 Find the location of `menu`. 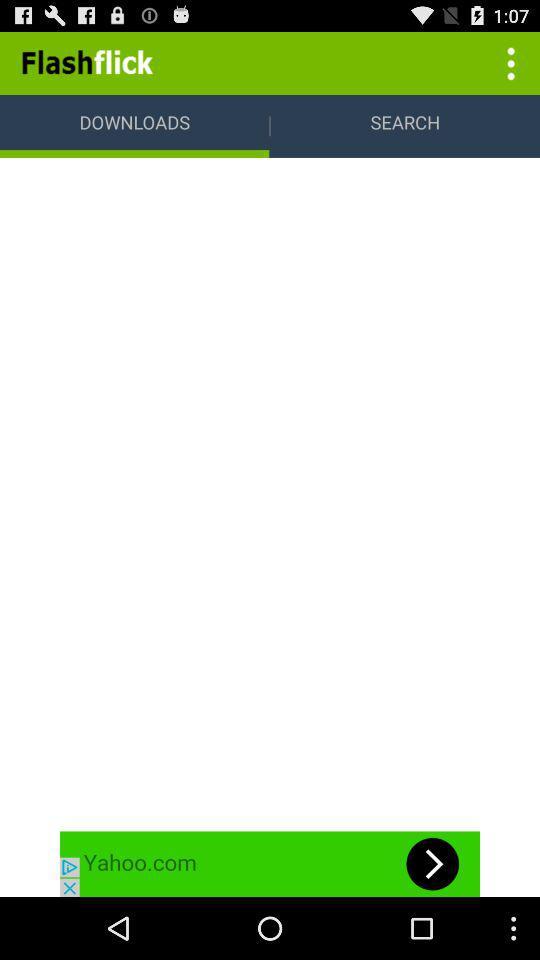

menu is located at coordinates (508, 62).